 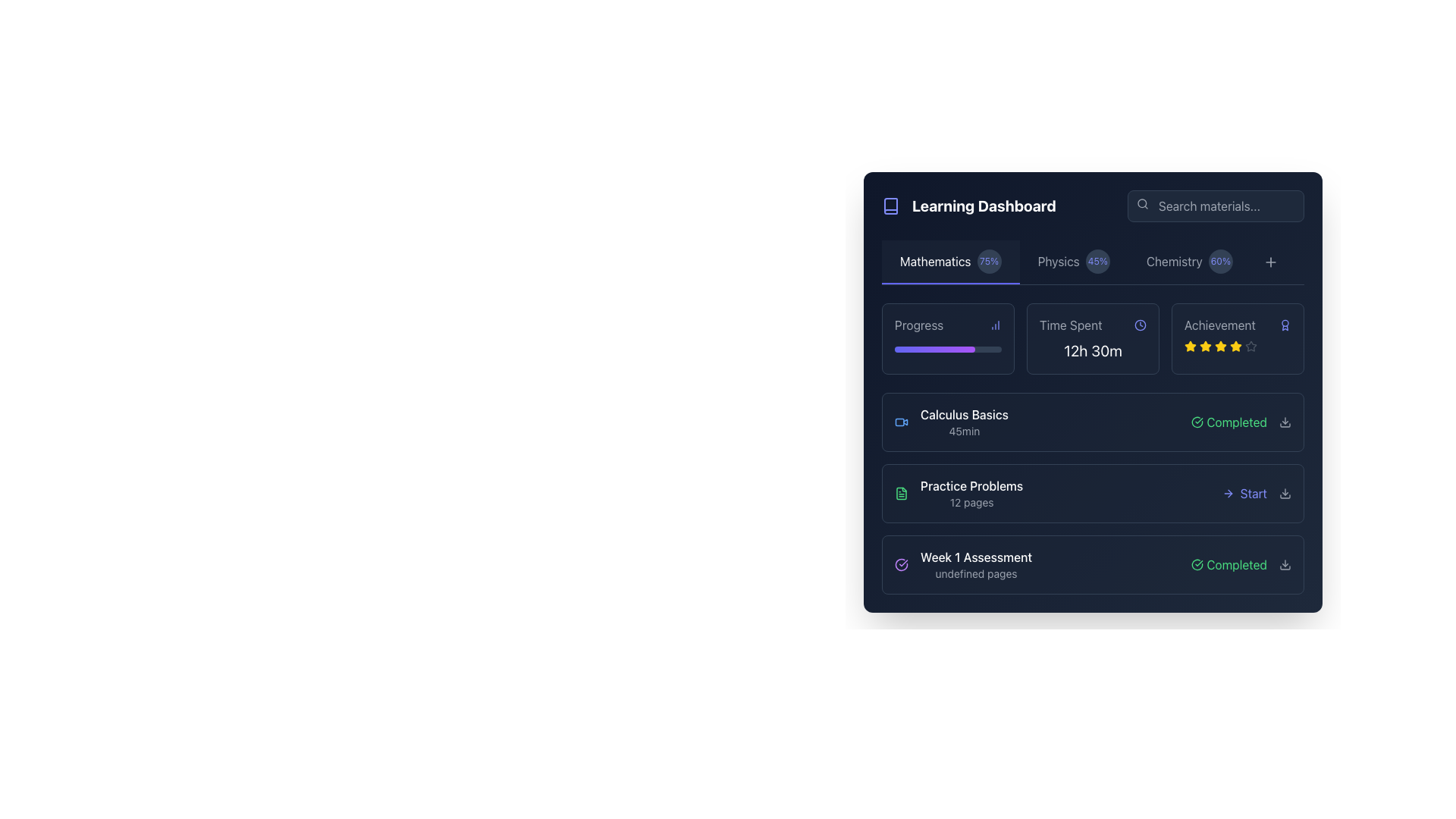 I want to click on the 'Week 1 Assessment' text in white font, so click(x=962, y=564).